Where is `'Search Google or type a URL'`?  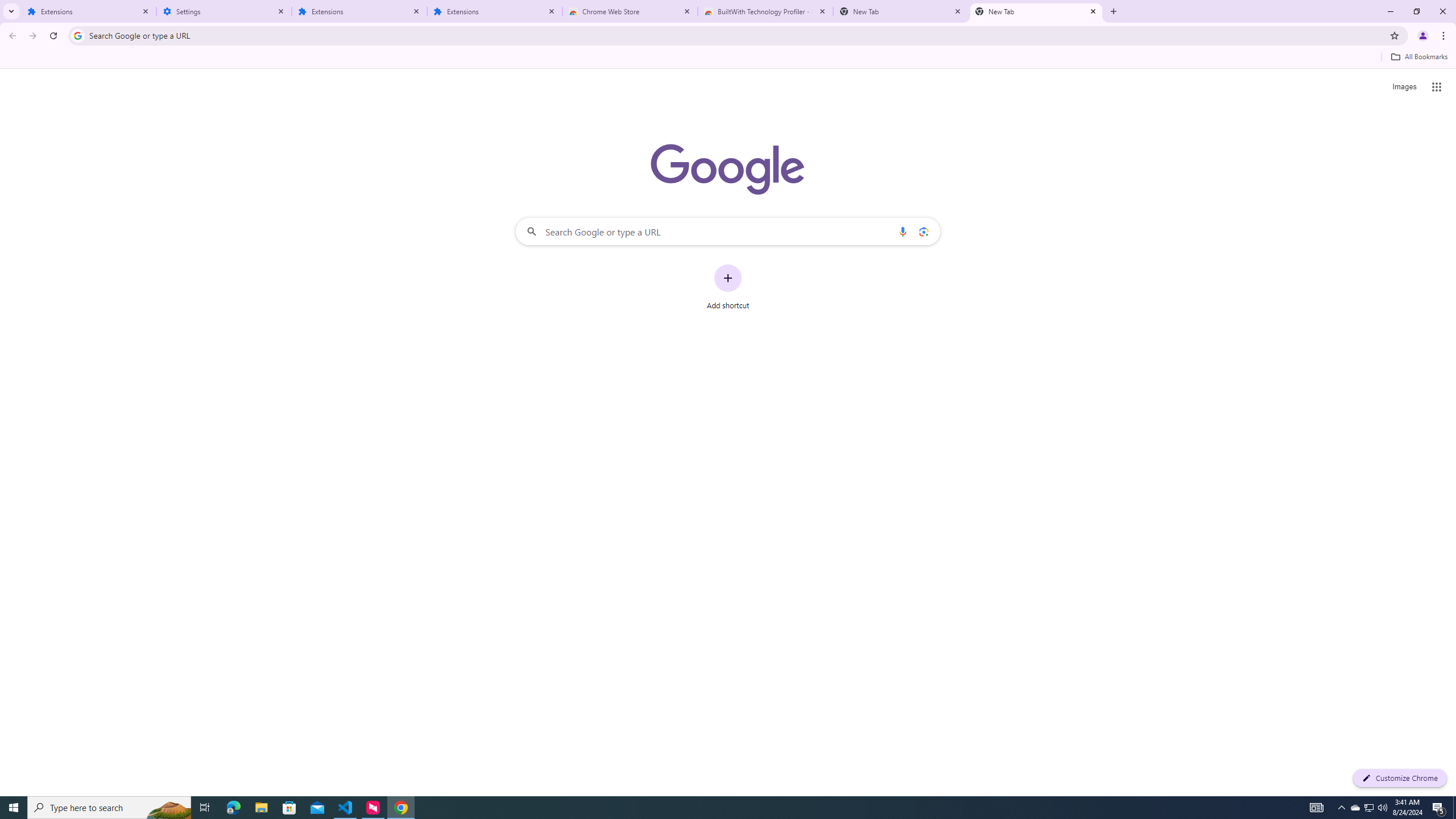
'Search Google or type a URL' is located at coordinates (728, 230).